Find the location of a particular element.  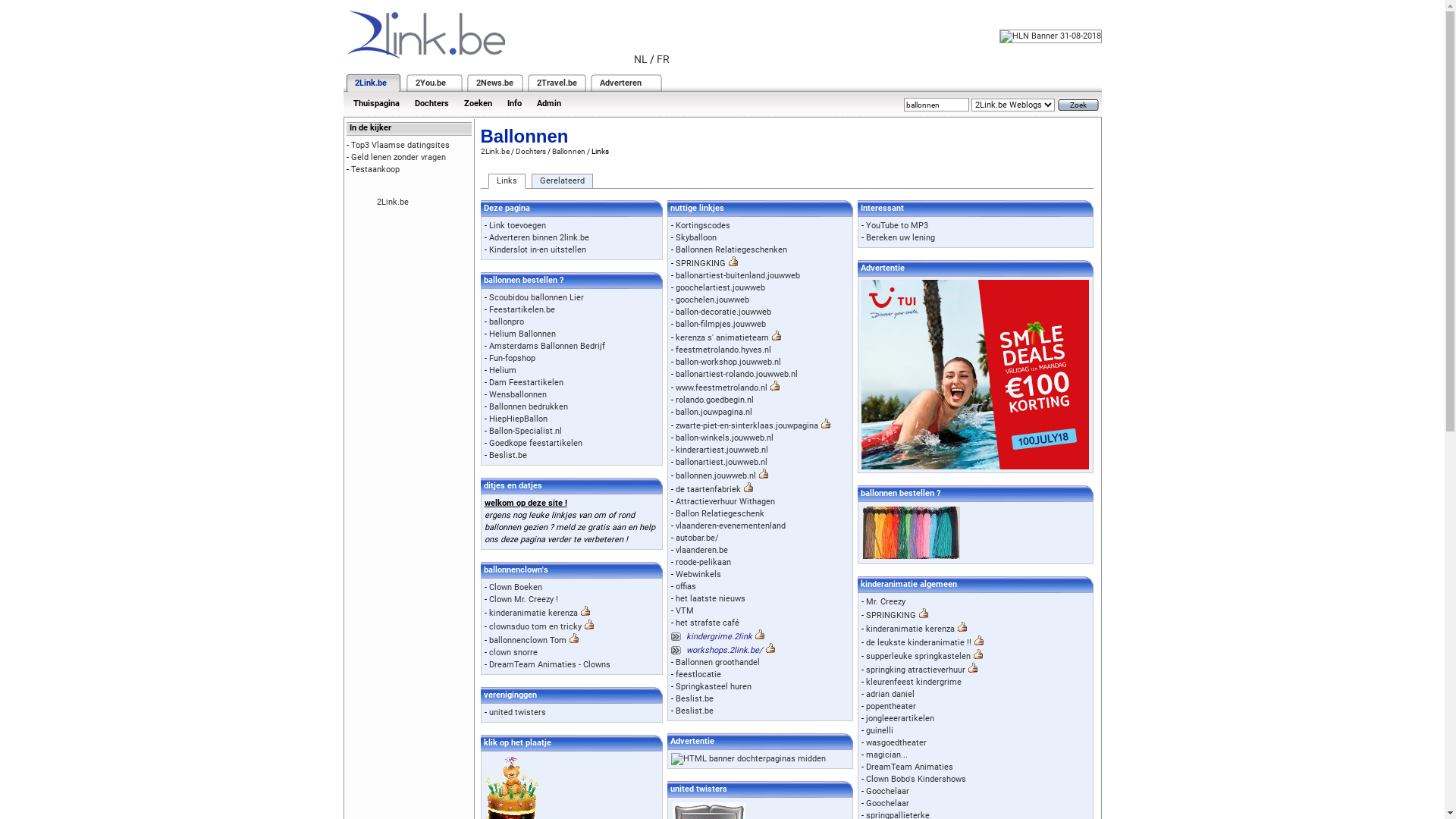

'Springkasteel huren' is located at coordinates (712, 686).